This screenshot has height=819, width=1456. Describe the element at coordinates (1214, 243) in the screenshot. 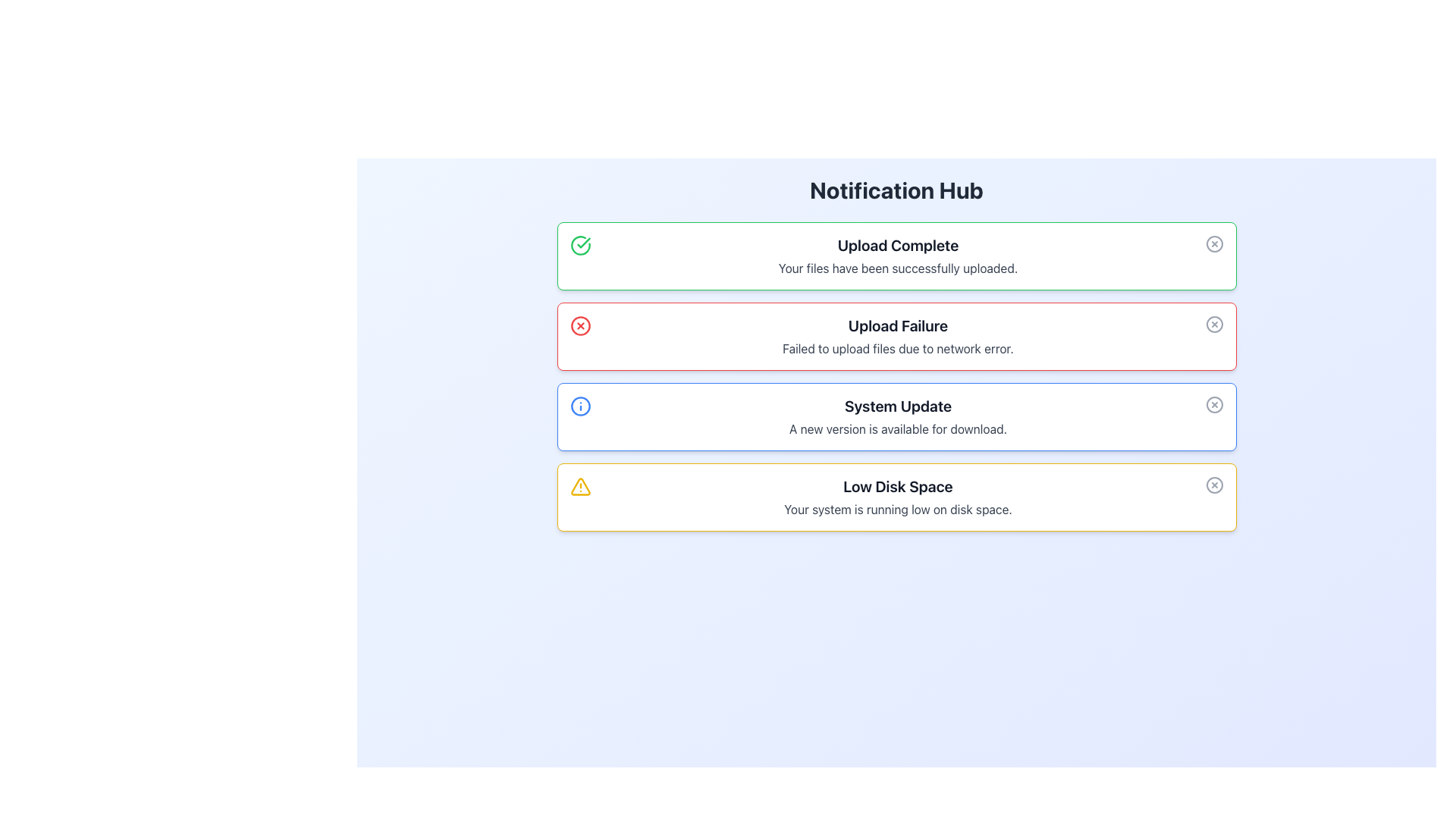

I see `the close button located at the top-right corner of the 'Upload Complete' notification card` at that location.